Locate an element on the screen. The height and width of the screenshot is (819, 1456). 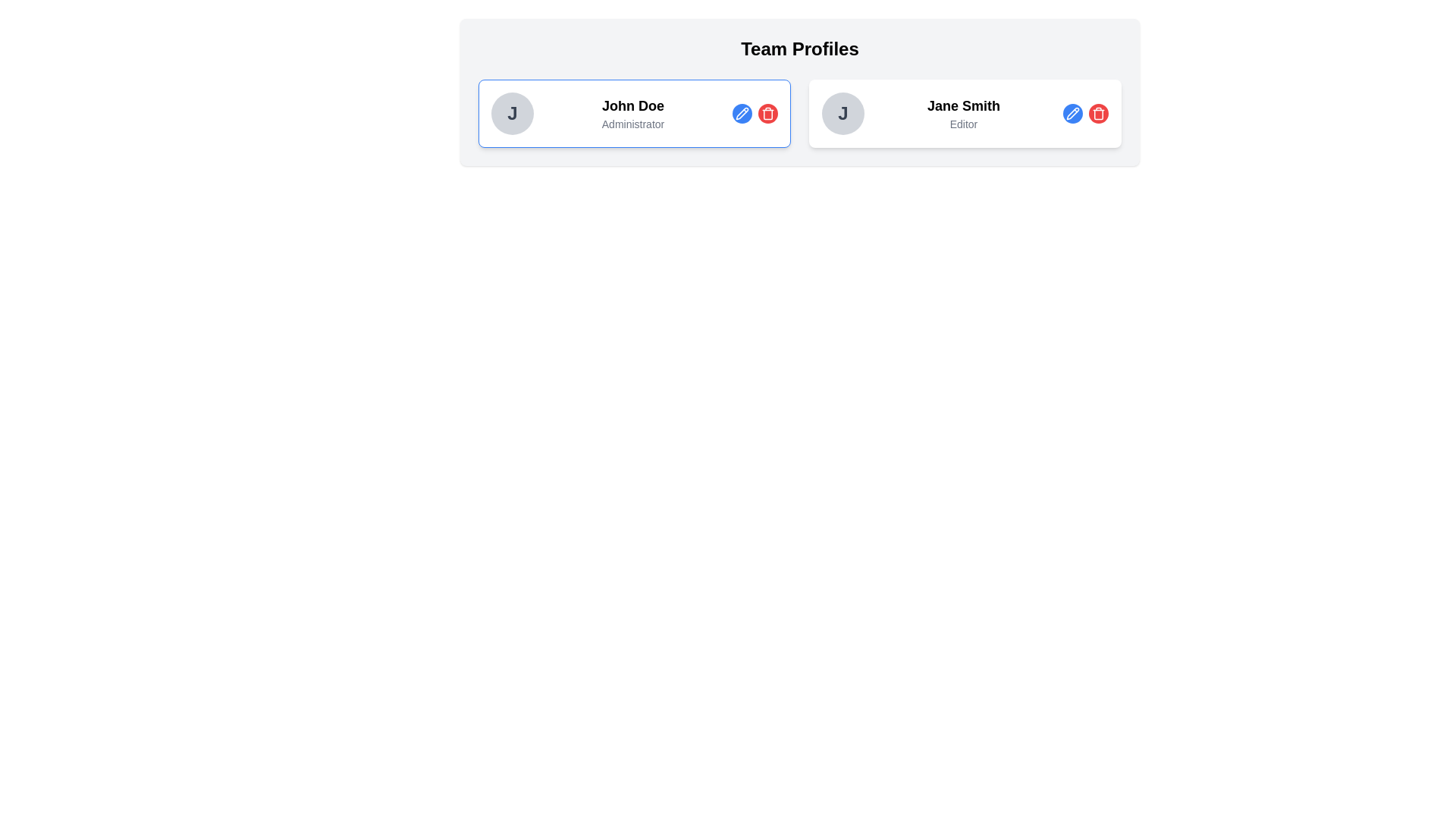
the delete button located at the rightmost position of the horizontal arrangement of buttons in the second user profile card labeled 'Jane Smith' is located at coordinates (1099, 113).